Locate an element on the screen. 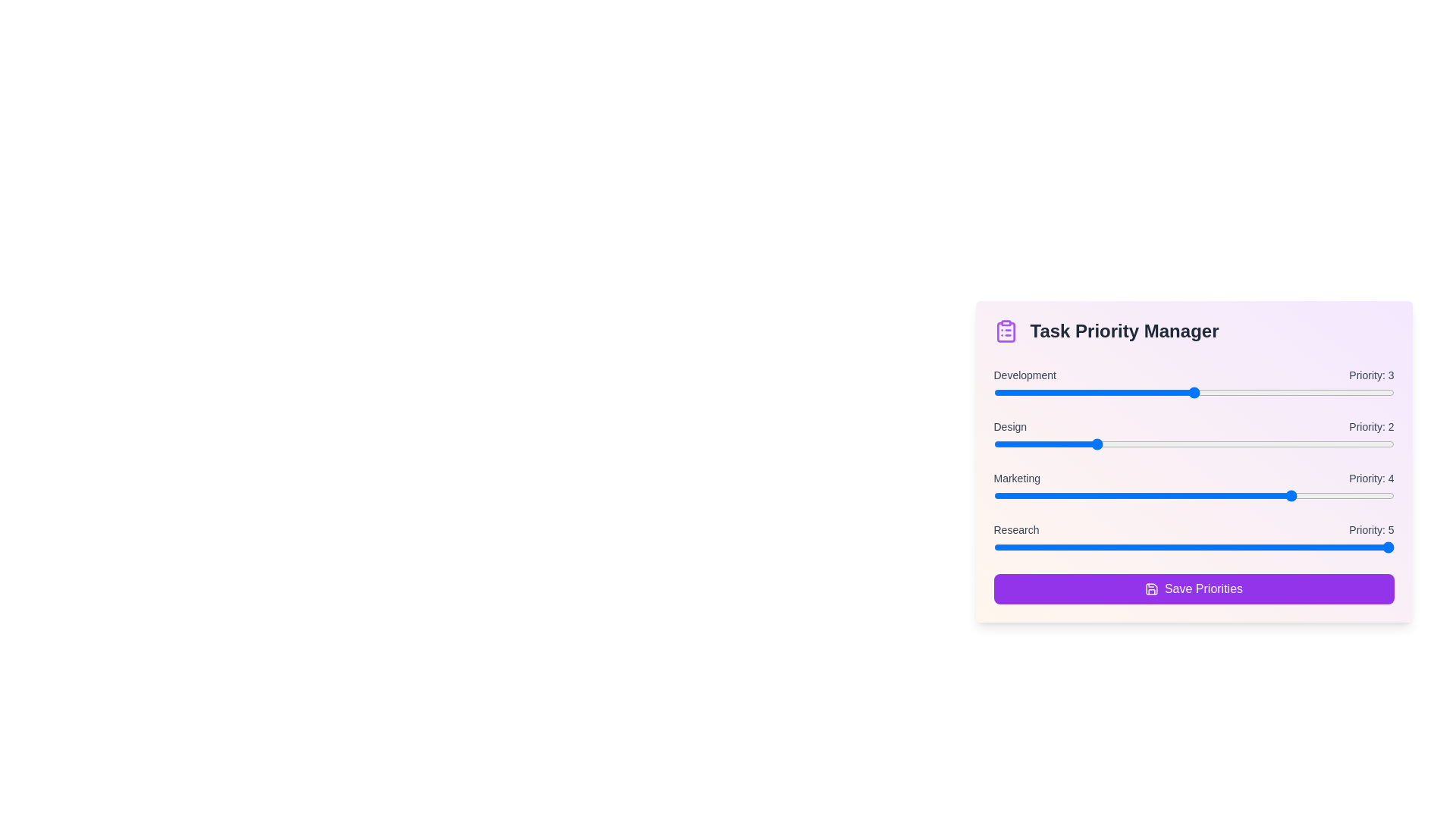 This screenshot has height=819, width=1456. the 'Save Priorities' button is located at coordinates (1193, 588).